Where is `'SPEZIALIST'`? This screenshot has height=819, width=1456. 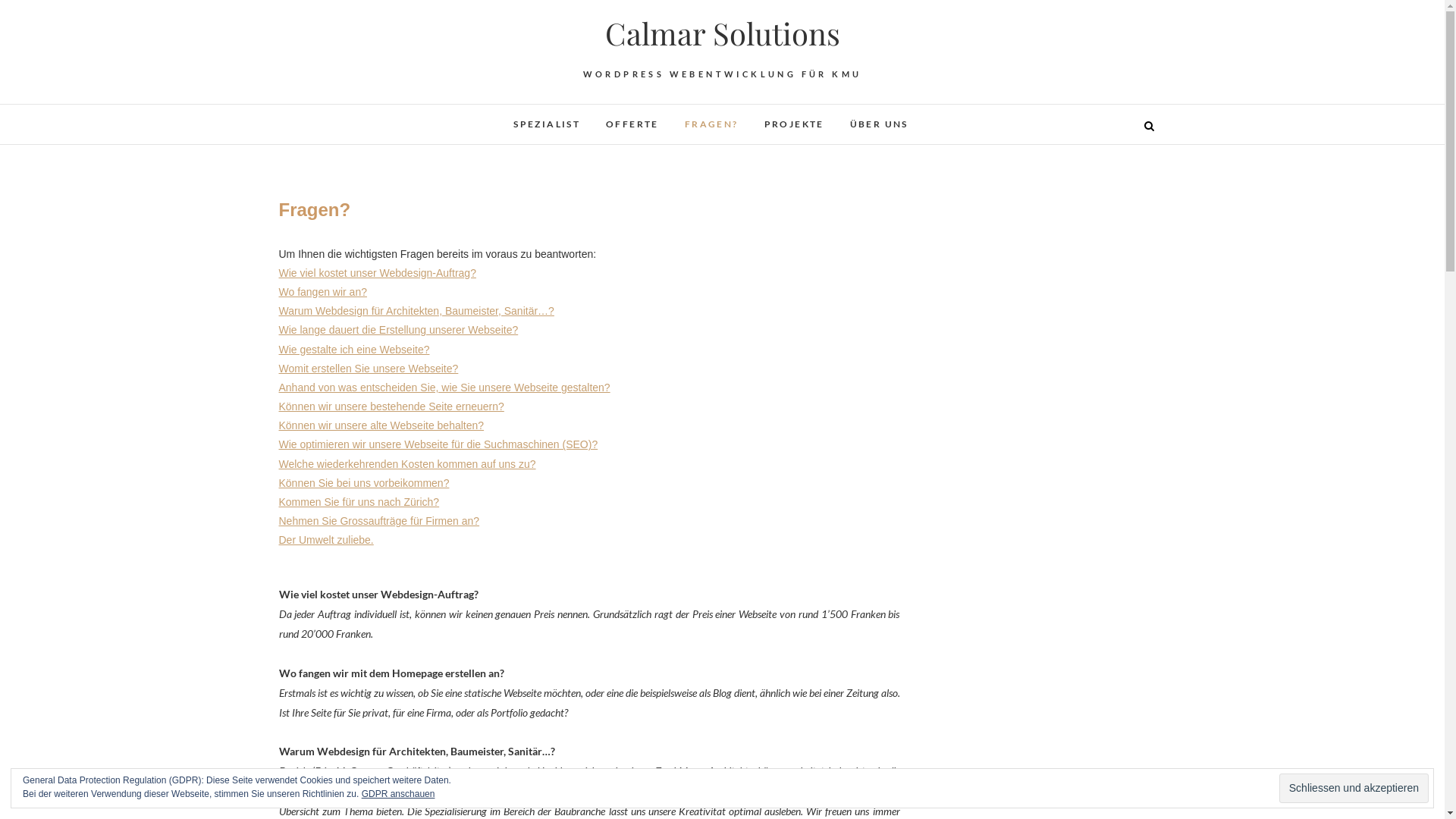
'SPEZIALIST' is located at coordinates (546, 124).